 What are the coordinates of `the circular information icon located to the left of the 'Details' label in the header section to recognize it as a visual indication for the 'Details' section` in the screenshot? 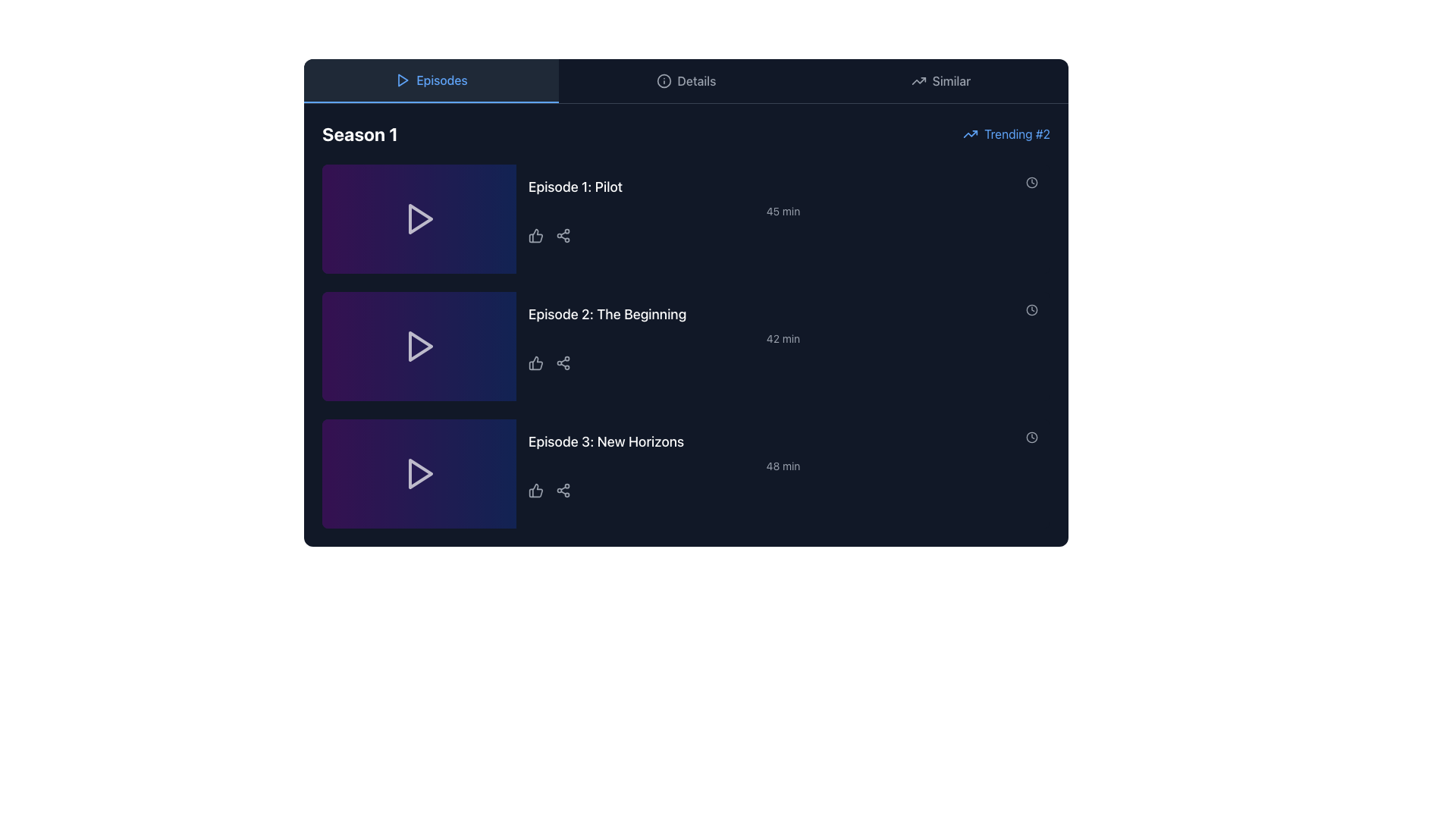 It's located at (664, 81).